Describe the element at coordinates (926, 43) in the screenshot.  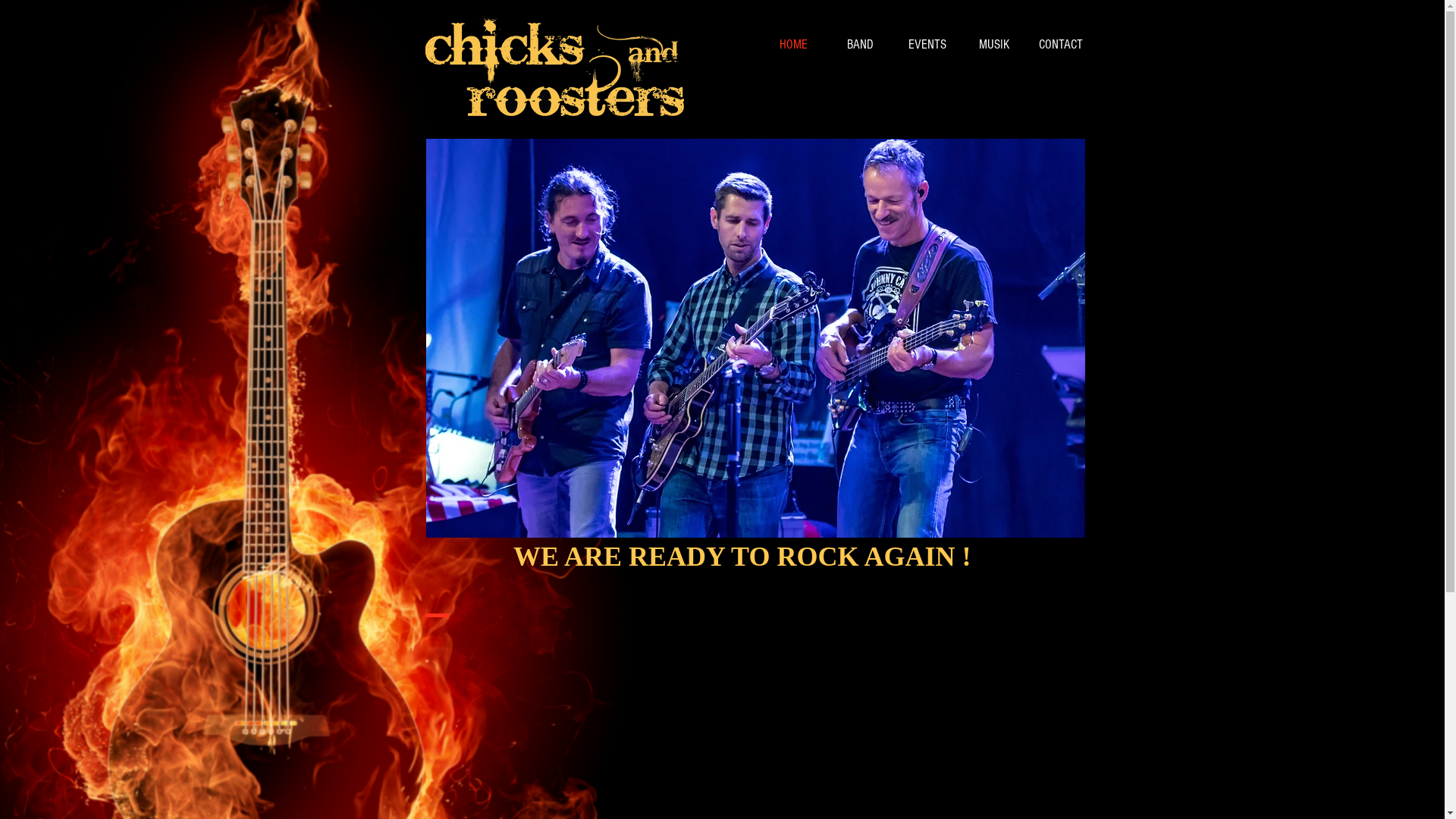
I see `'EVENTS'` at that location.